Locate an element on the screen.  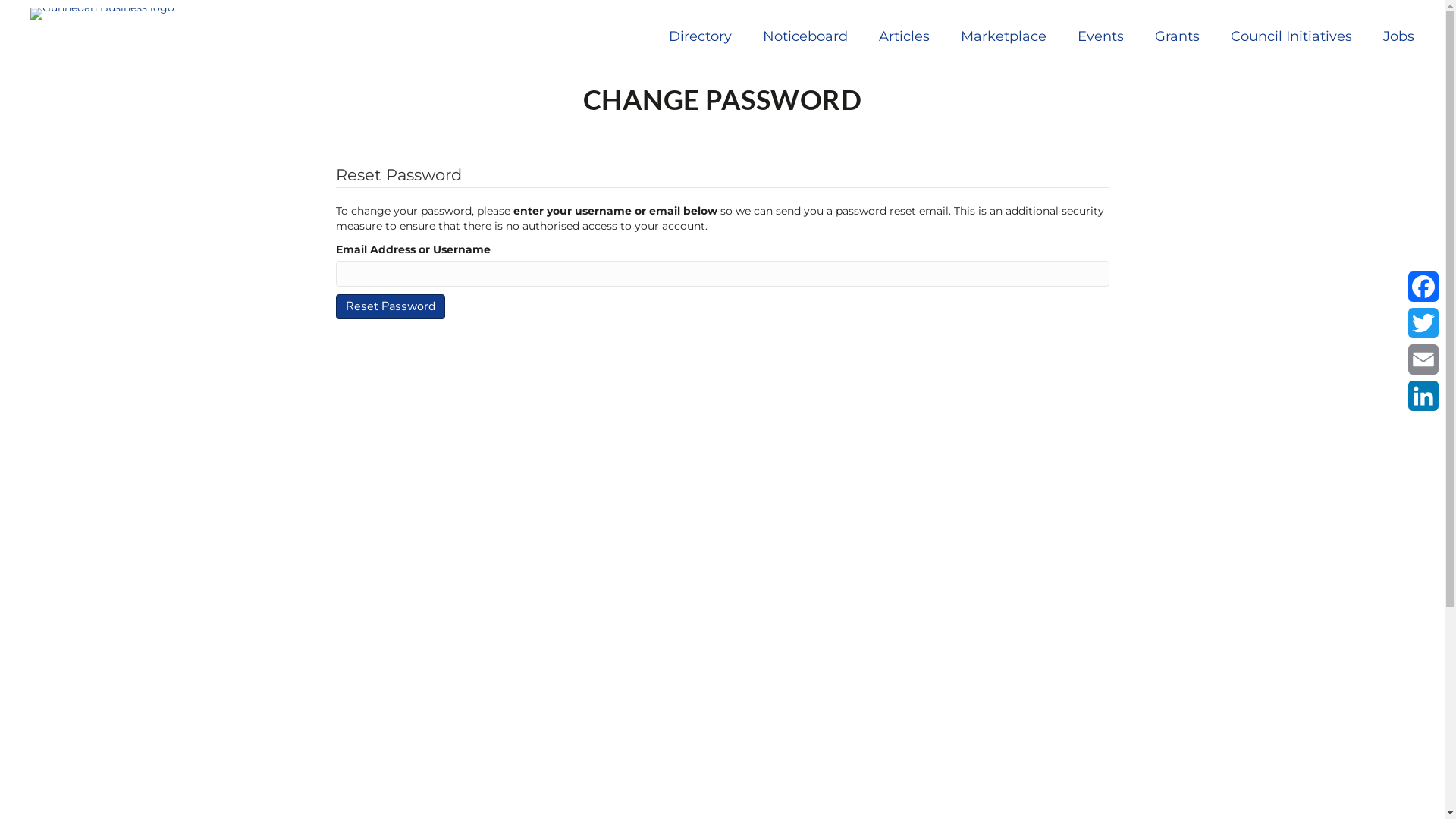
'Articles' is located at coordinates (904, 35).